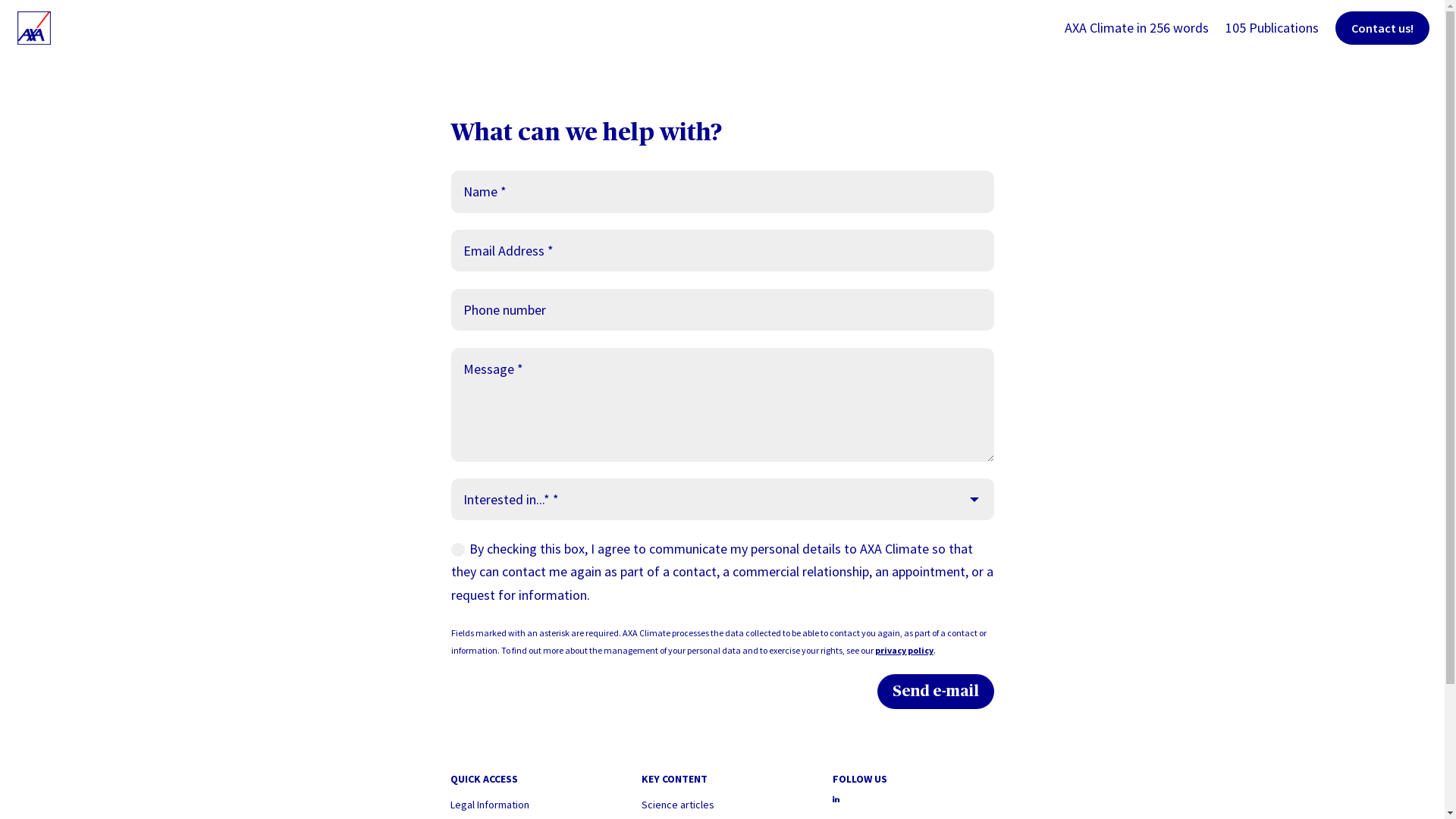 This screenshot has width=1456, height=819. What do you see at coordinates (676, 803) in the screenshot?
I see `'Science articles'` at bounding box center [676, 803].